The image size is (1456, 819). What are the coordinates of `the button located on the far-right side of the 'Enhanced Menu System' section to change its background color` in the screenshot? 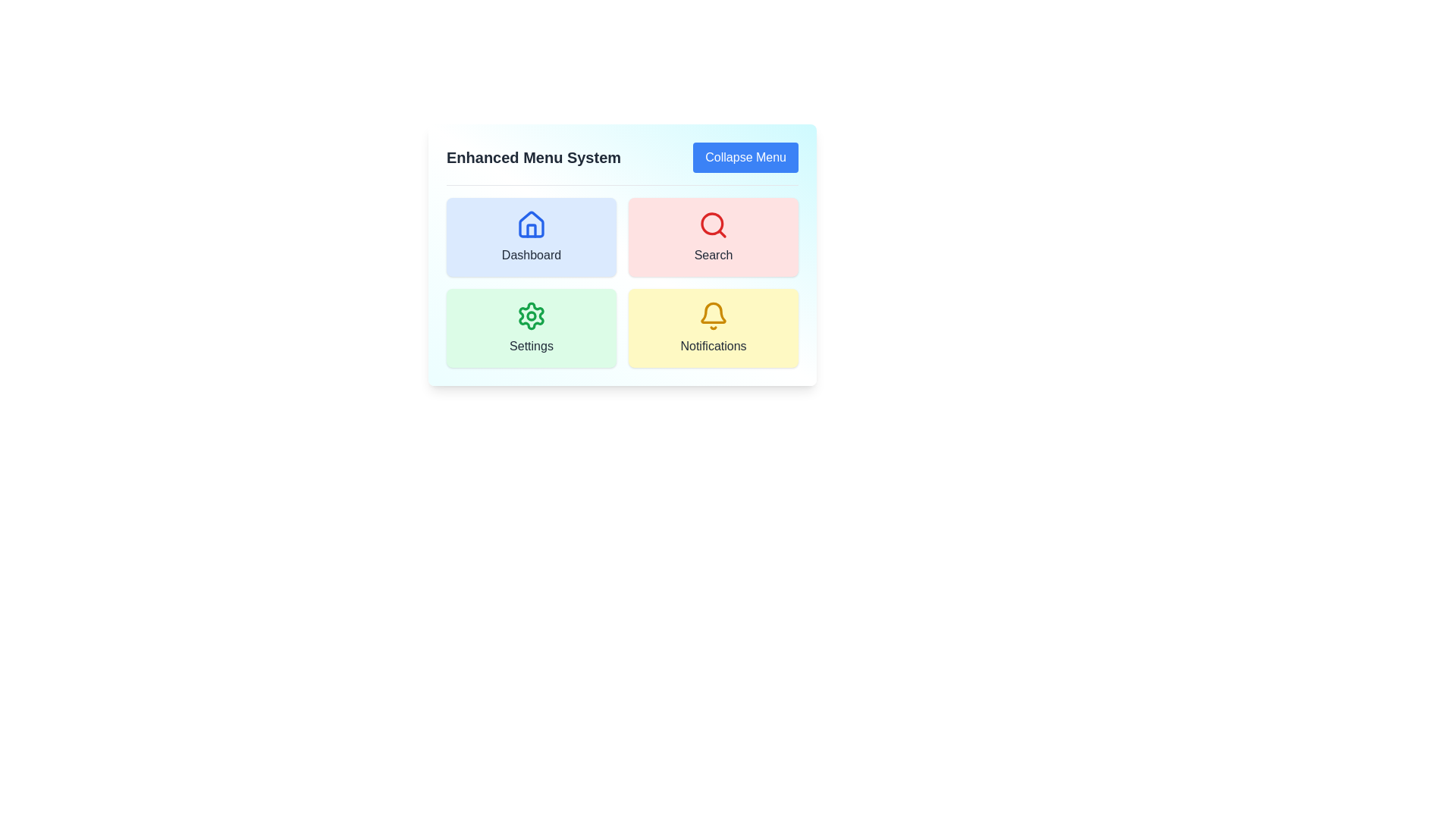 It's located at (745, 158).